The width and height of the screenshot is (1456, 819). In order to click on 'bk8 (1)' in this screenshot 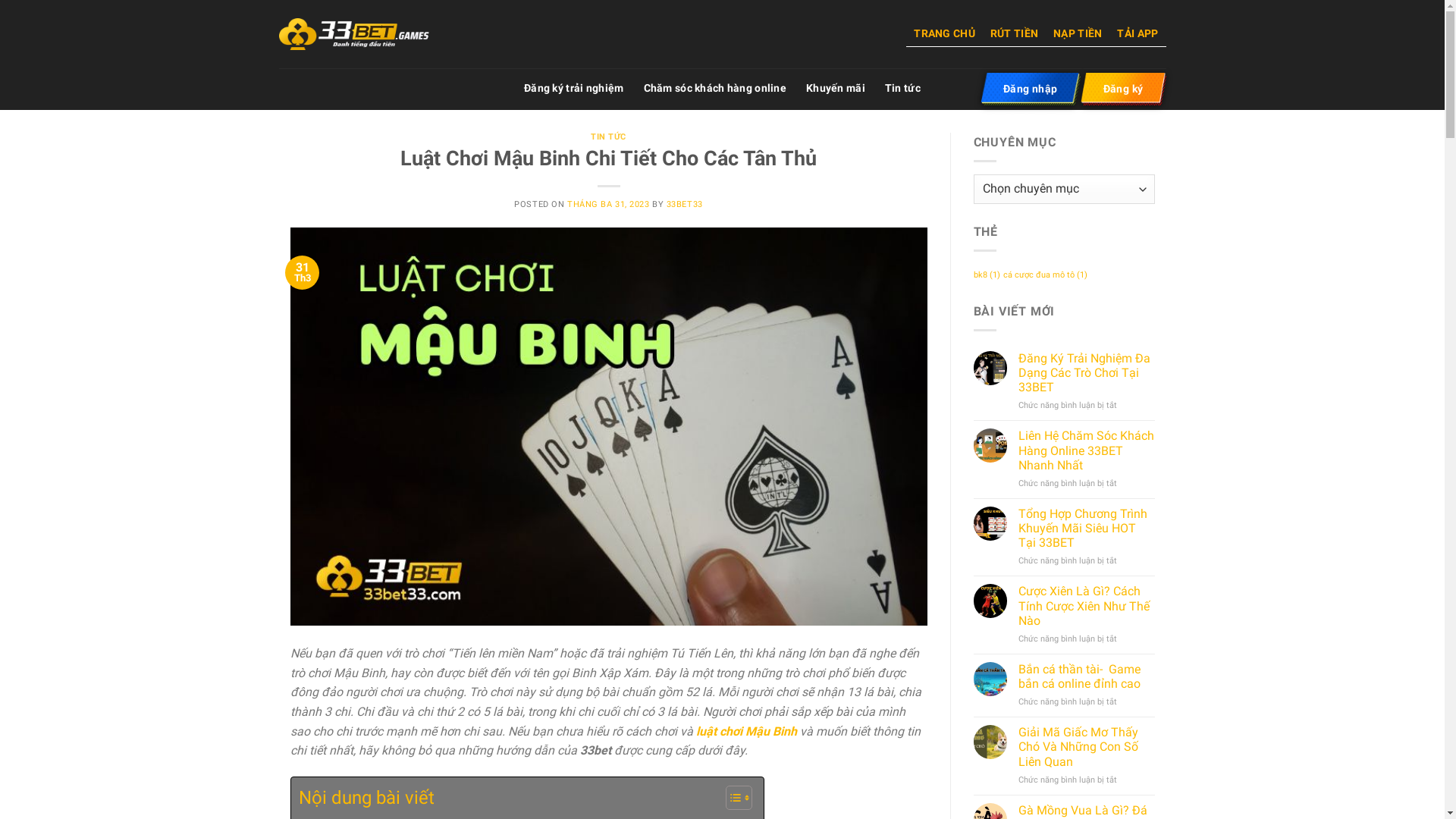, I will do `click(987, 275)`.